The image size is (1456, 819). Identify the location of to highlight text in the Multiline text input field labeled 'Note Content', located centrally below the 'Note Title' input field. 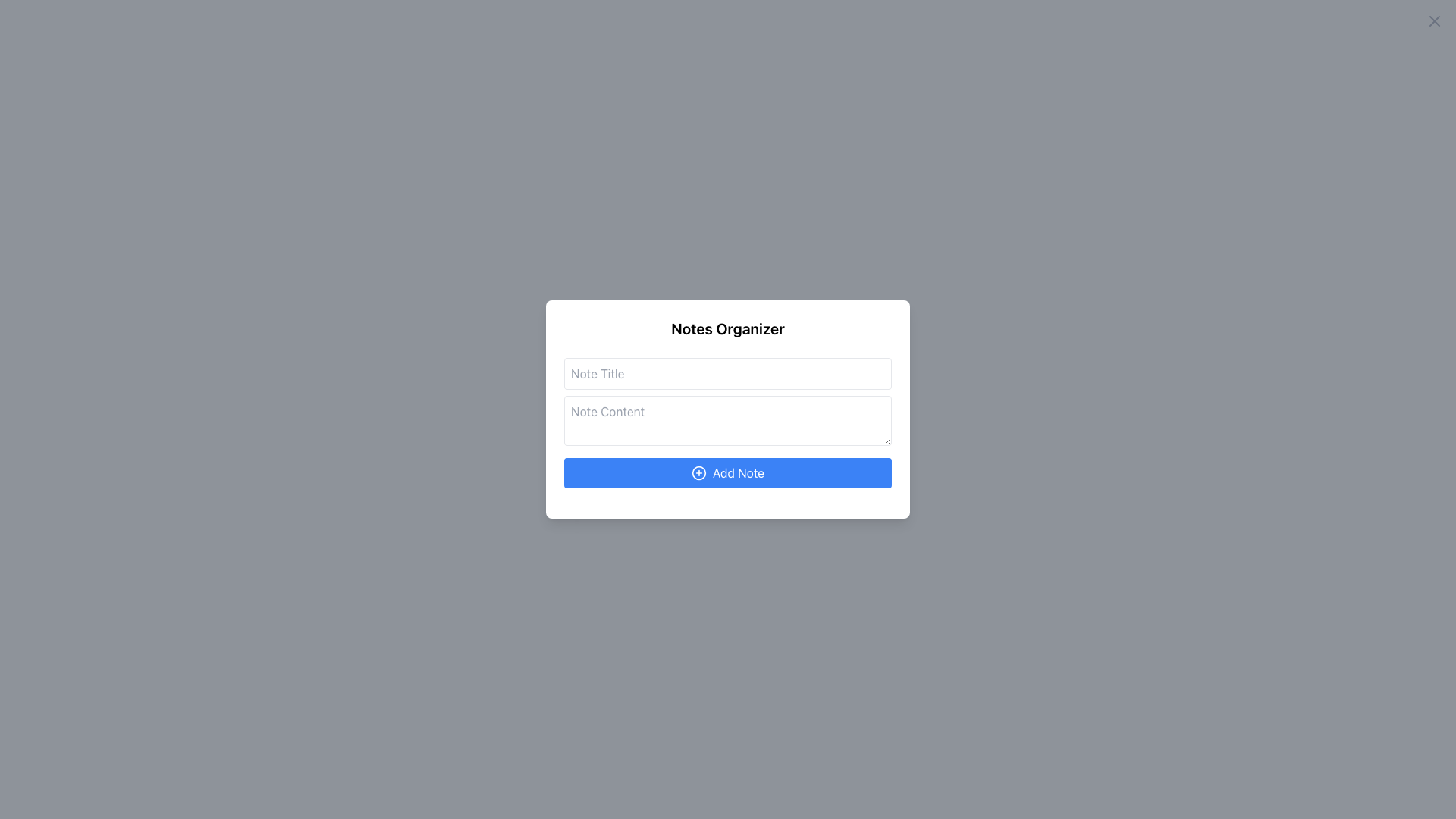
(728, 421).